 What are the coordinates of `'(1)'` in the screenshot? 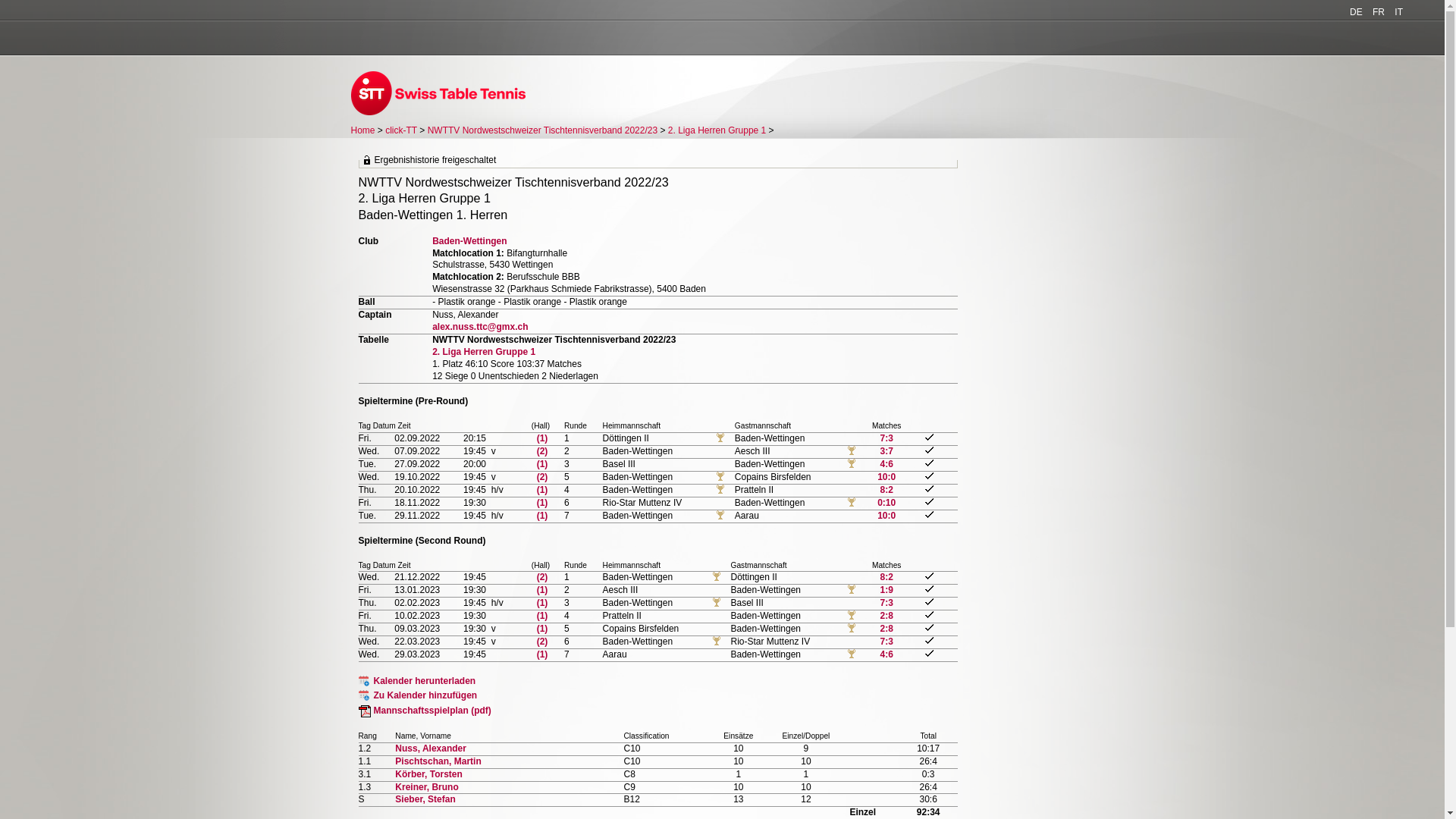 It's located at (542, 589).